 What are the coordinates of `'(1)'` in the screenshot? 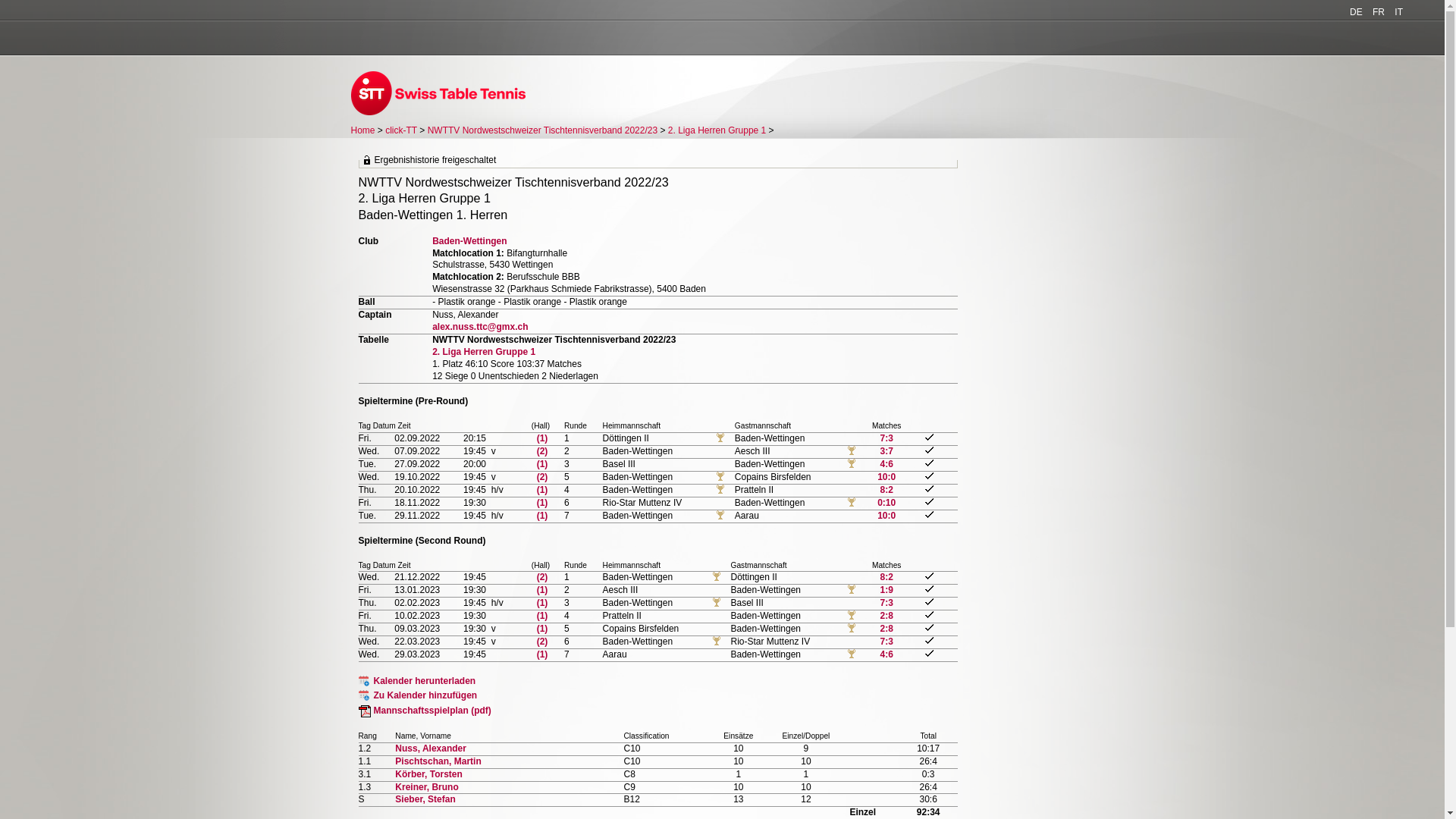 It's located at (542, 589).